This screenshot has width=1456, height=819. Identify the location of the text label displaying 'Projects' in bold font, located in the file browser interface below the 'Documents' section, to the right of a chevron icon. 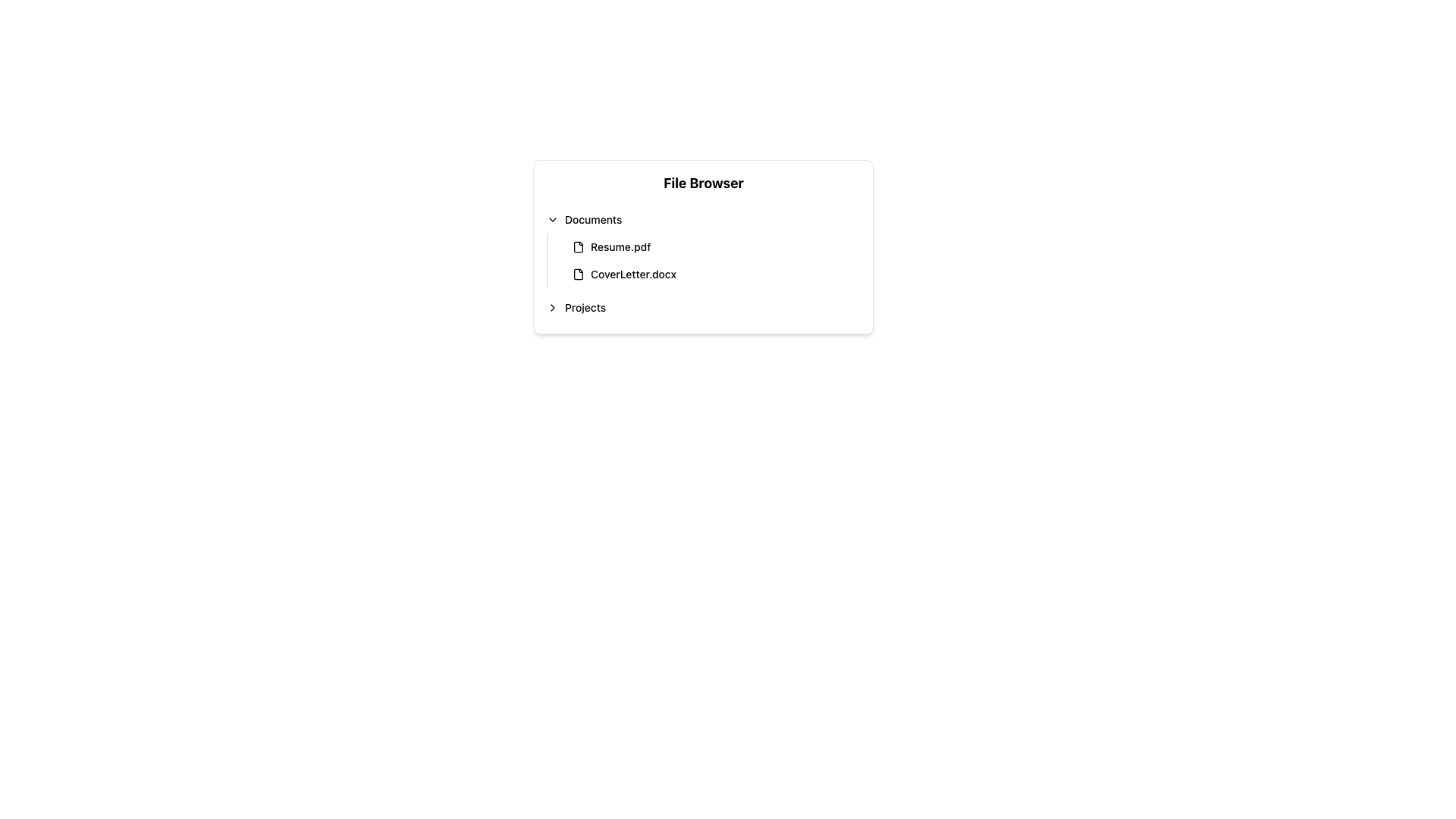
(585, 307).